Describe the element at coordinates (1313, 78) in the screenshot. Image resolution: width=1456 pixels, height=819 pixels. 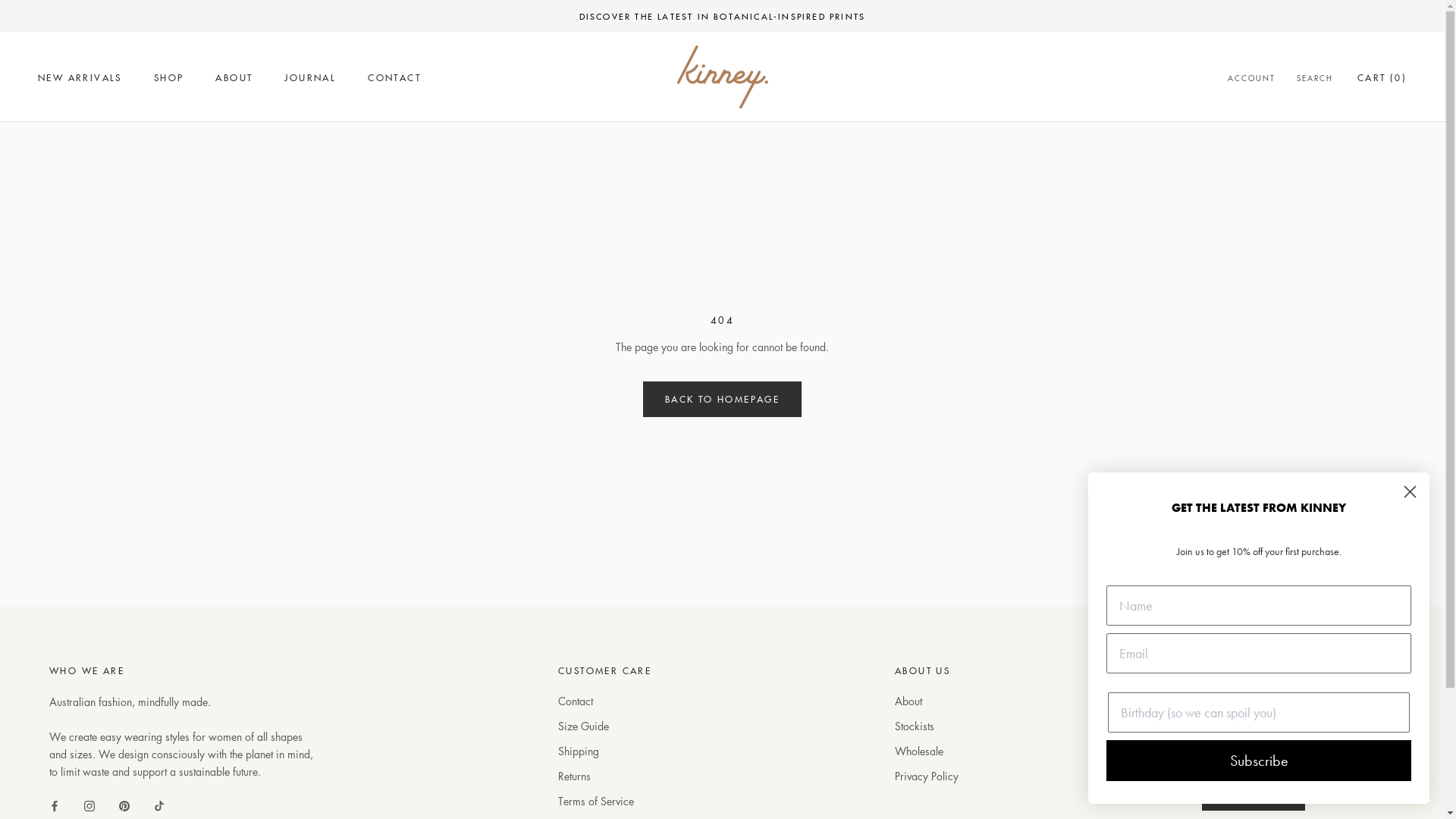
I see `'SEARCH'` at that location.